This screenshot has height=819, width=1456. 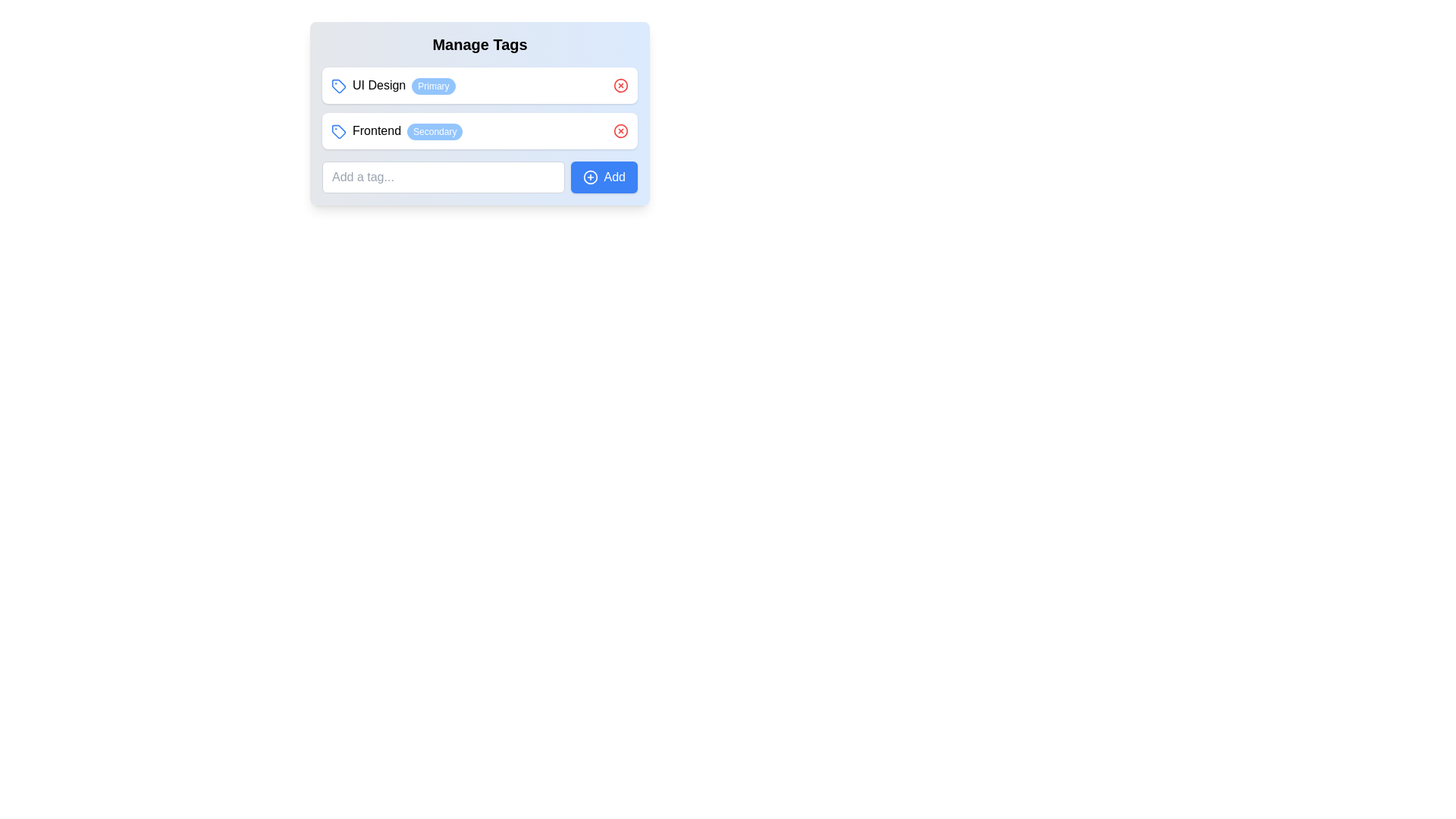 What do you see at coordinates (337, 130) in the screenshot?
I see `the blue tag-shaped icon with a small dot inside, located to the left of the 'Frontend' text and above the 'Secondary' label in the 'FrontendSecondary' group for interaction` at bounding box center [337, 130].